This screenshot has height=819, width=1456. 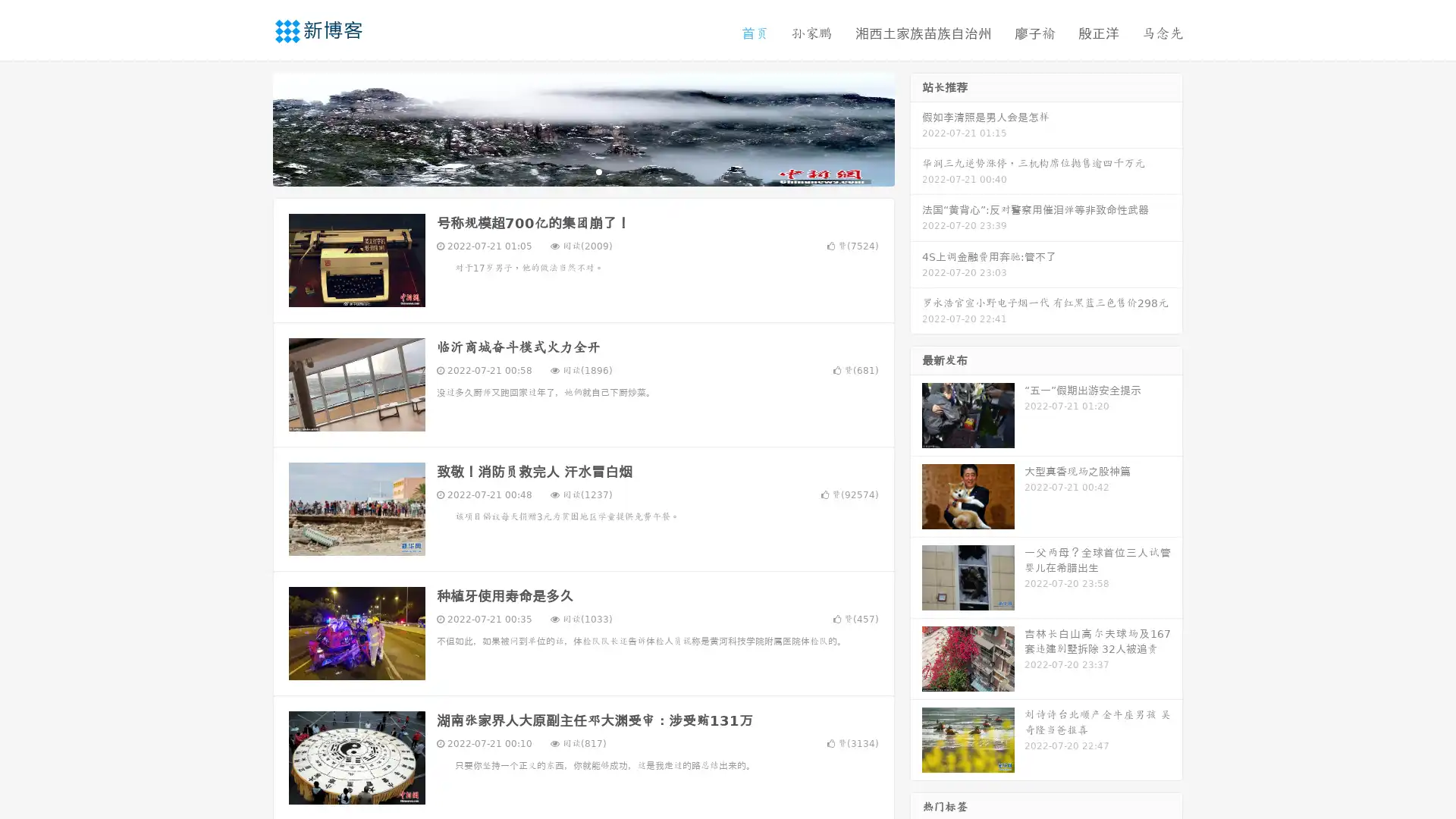 What do you see at coordinates (567, 171) in the screenshot?
I see `Go to slide 1` at bounding box center [567, 171].